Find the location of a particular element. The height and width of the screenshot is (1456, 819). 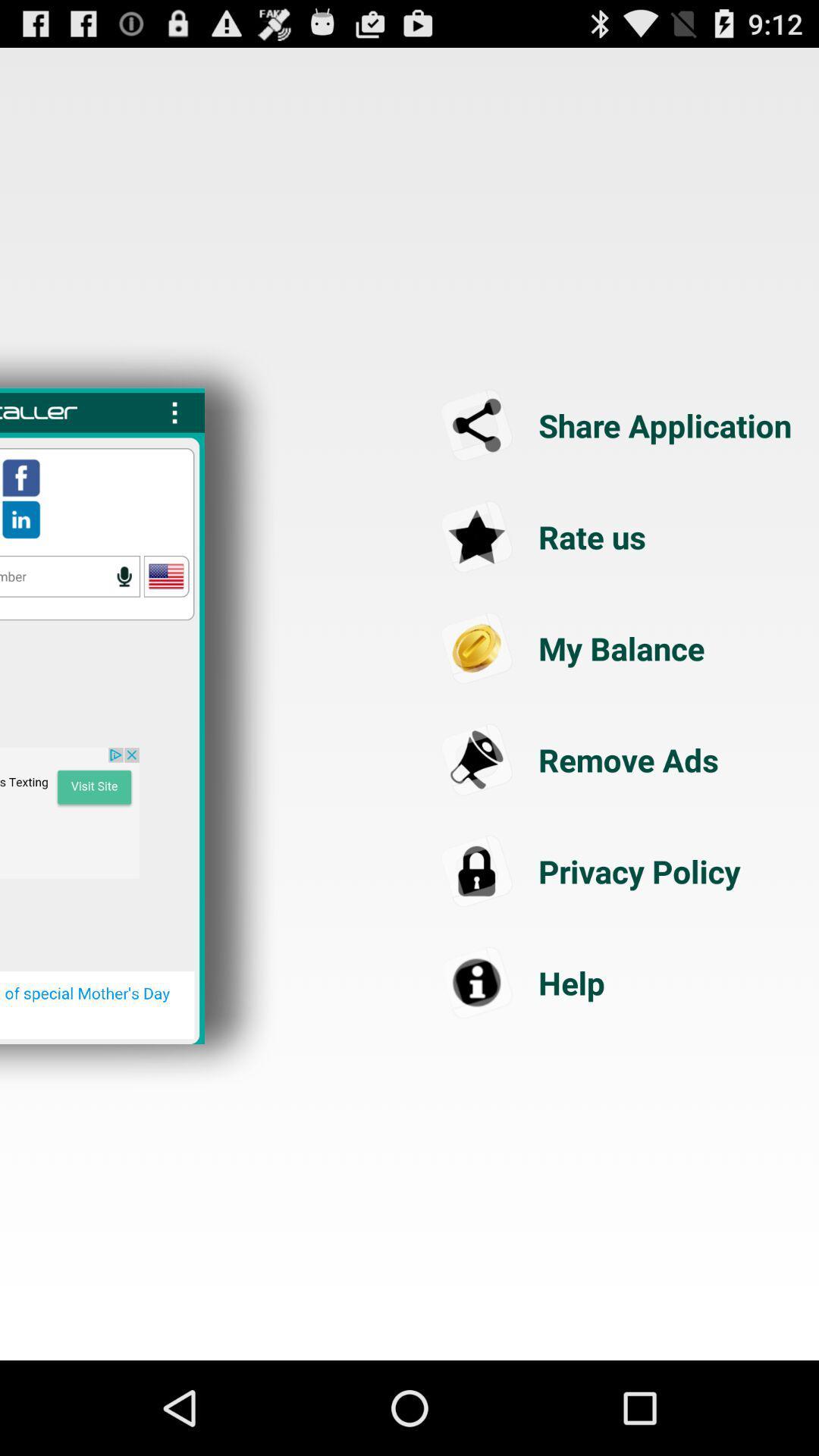

the more icon is located at coordinates (174, 441).